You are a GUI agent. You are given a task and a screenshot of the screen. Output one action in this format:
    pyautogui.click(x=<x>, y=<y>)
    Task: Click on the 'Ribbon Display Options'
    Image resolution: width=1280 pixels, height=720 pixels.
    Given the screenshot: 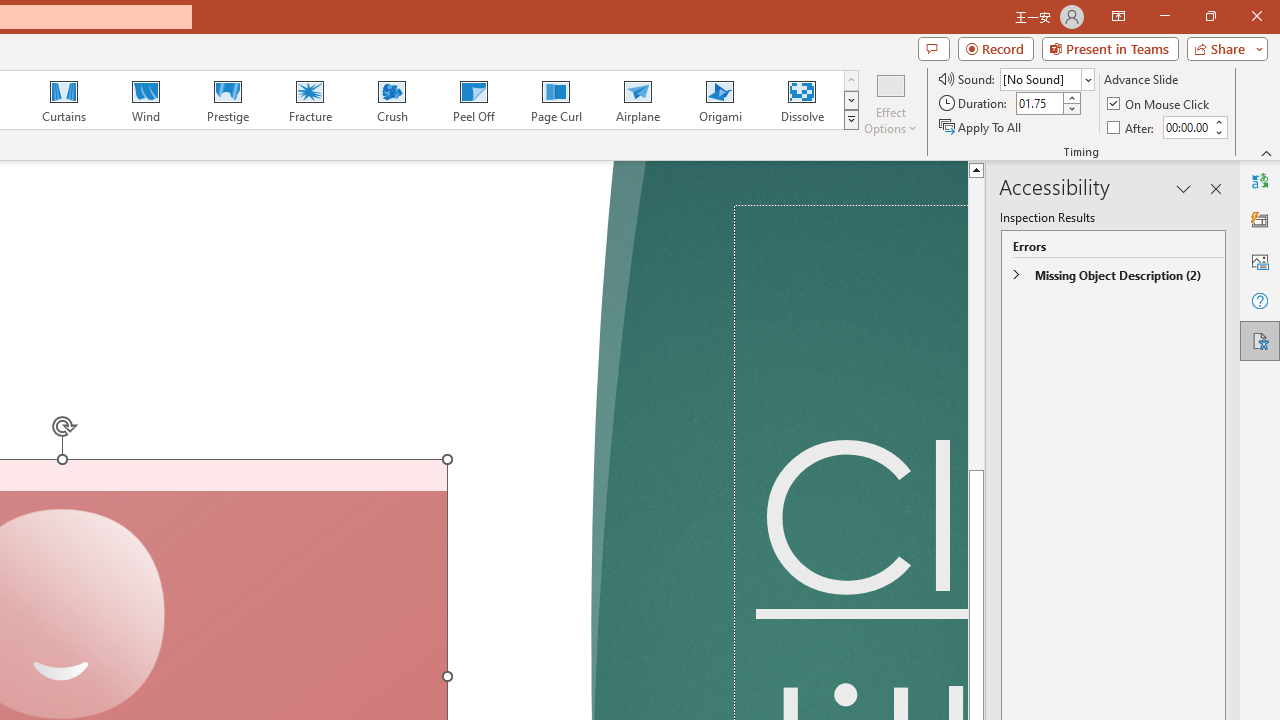 What is the action you would take?
    pyautogui.click(x=1117, y=16)
    